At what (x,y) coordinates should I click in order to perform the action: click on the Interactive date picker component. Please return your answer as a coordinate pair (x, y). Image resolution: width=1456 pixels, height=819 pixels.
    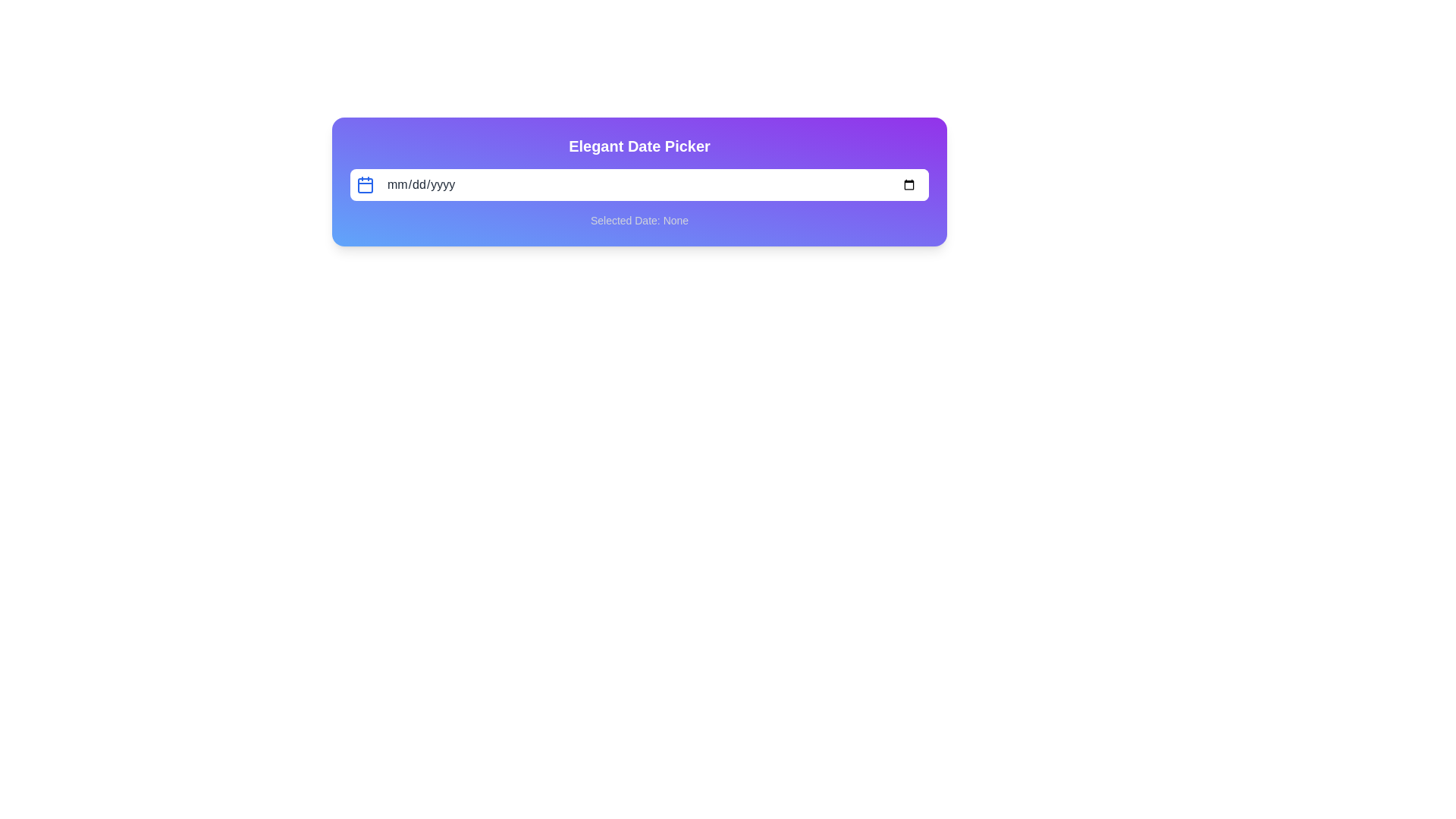
    Looking at the image, I should click on (639, 180).